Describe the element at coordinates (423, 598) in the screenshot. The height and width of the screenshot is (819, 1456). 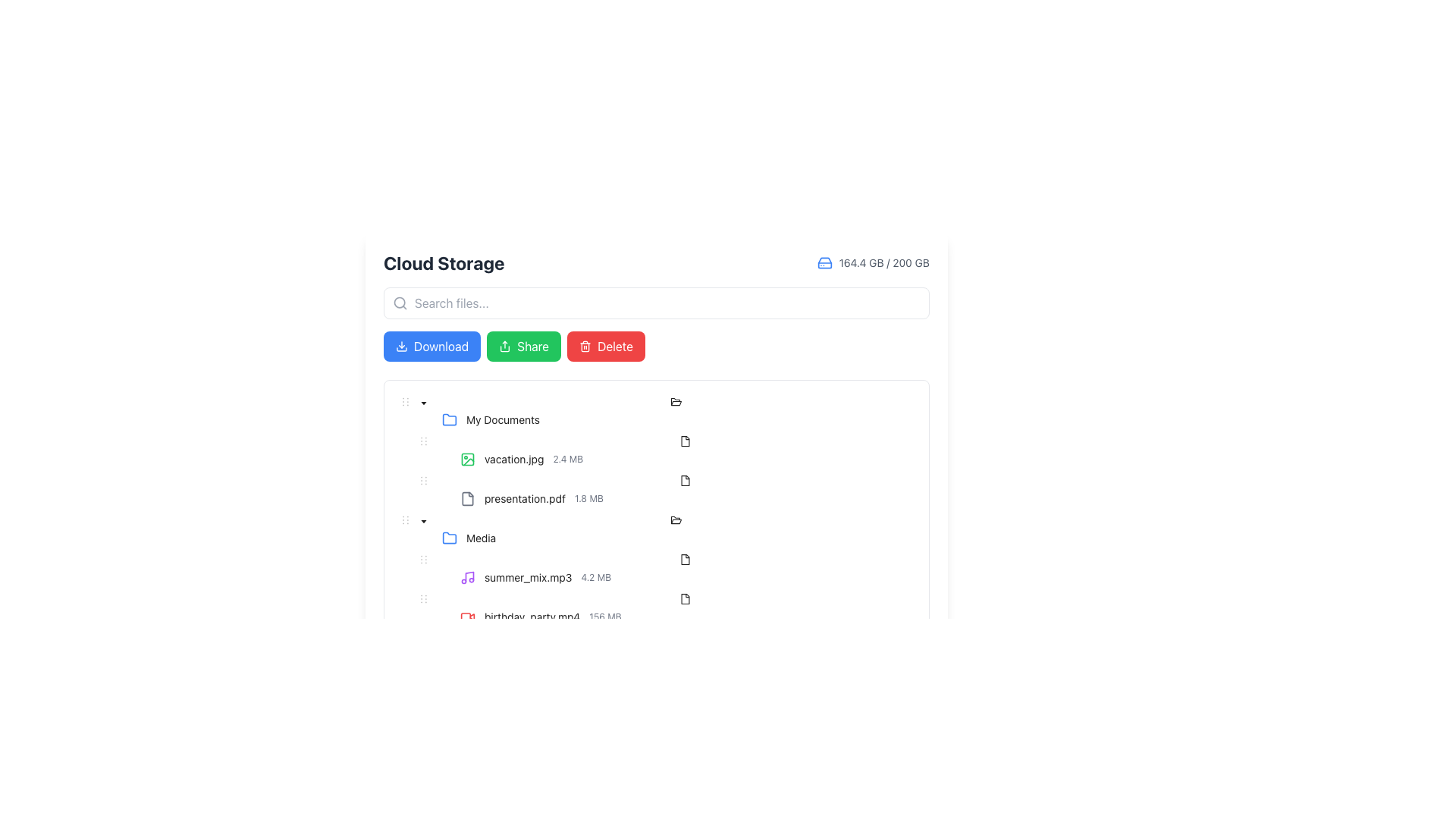
I see `the draggable handle icon located in the row labeled 'birthday_party.mp4156 MB'` at that location.